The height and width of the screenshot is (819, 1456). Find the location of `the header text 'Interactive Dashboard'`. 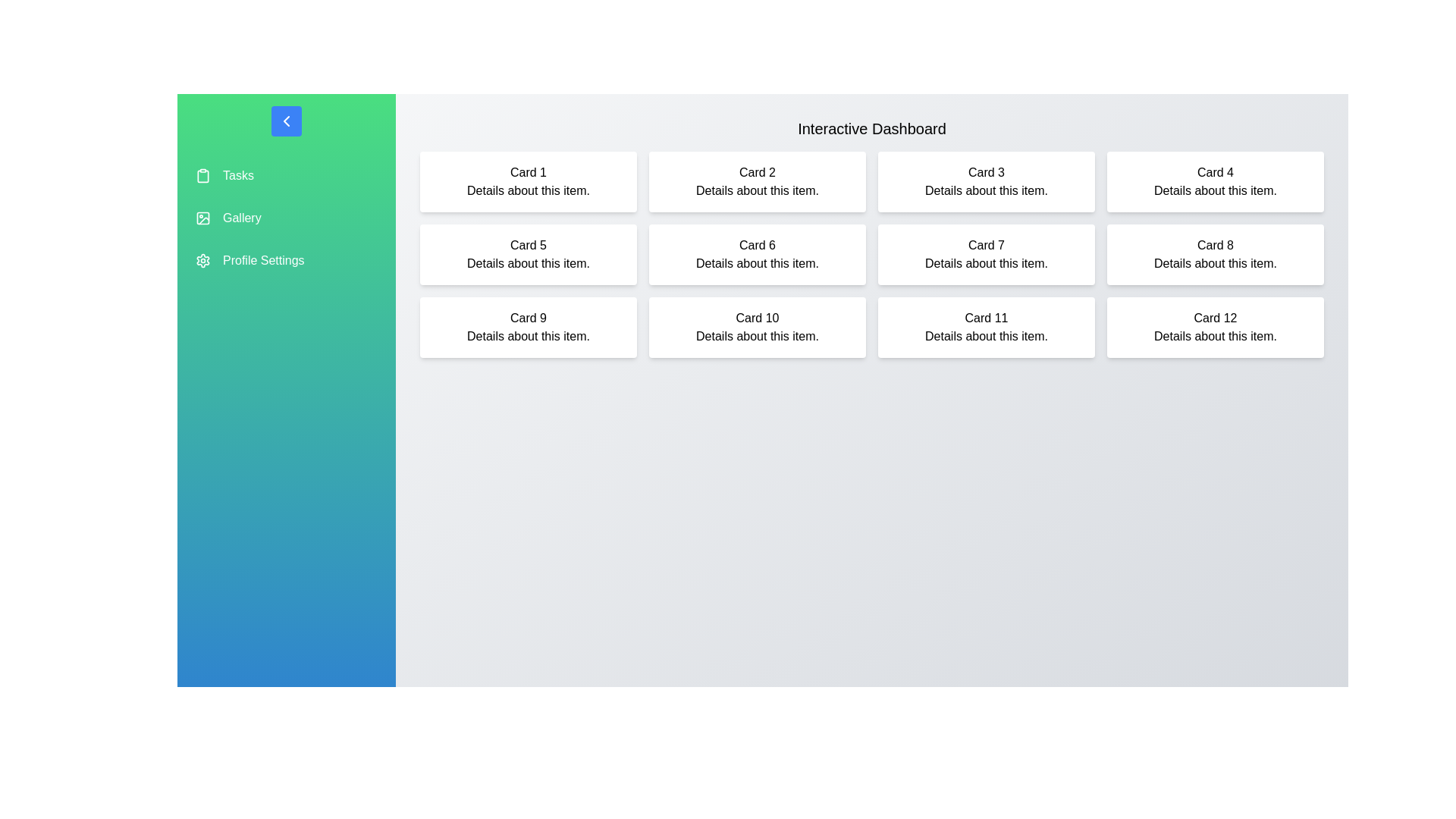

the header text 'Interactive Dashboard' is located at coordinates (872, 127).